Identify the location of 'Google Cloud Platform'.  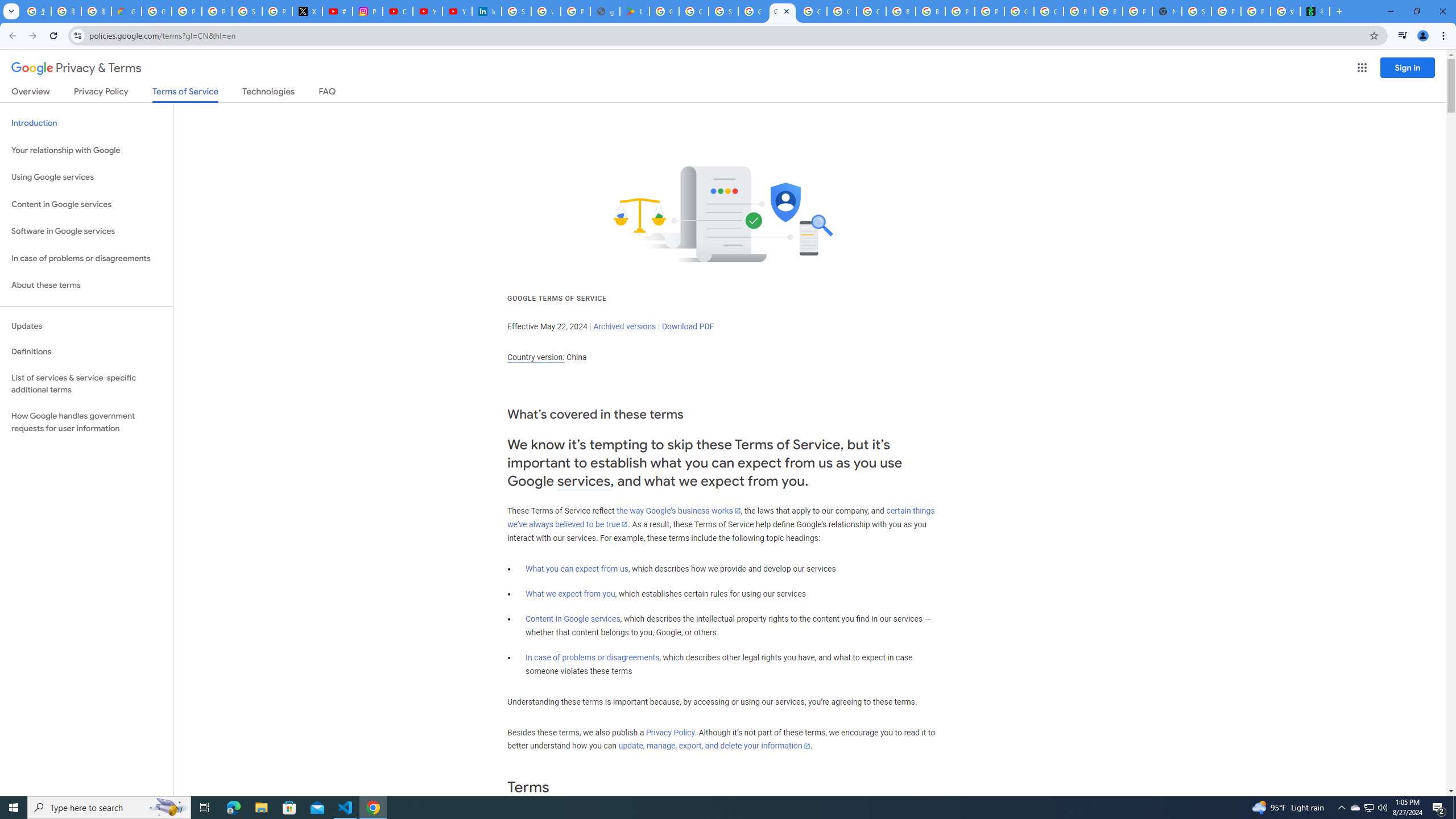
(1019, 11).